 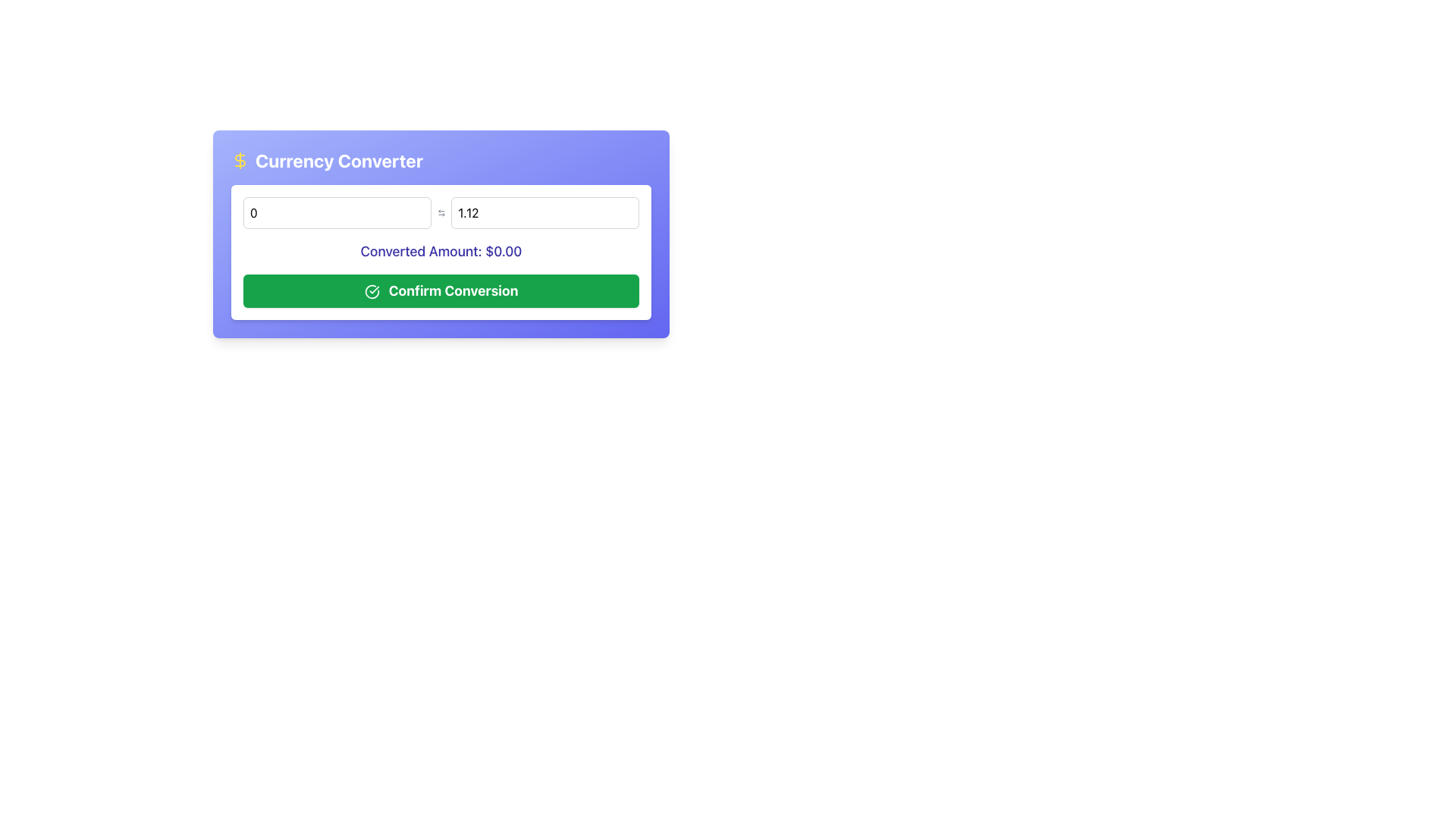 What do you see at coordinates (372, 292) in the screenshot?
I see `the green button labeled 'Confirm Conversion' to trigger tooltip effects, which is located near the center-bottom of the currency converter widget` at bounding box center [372, 292].